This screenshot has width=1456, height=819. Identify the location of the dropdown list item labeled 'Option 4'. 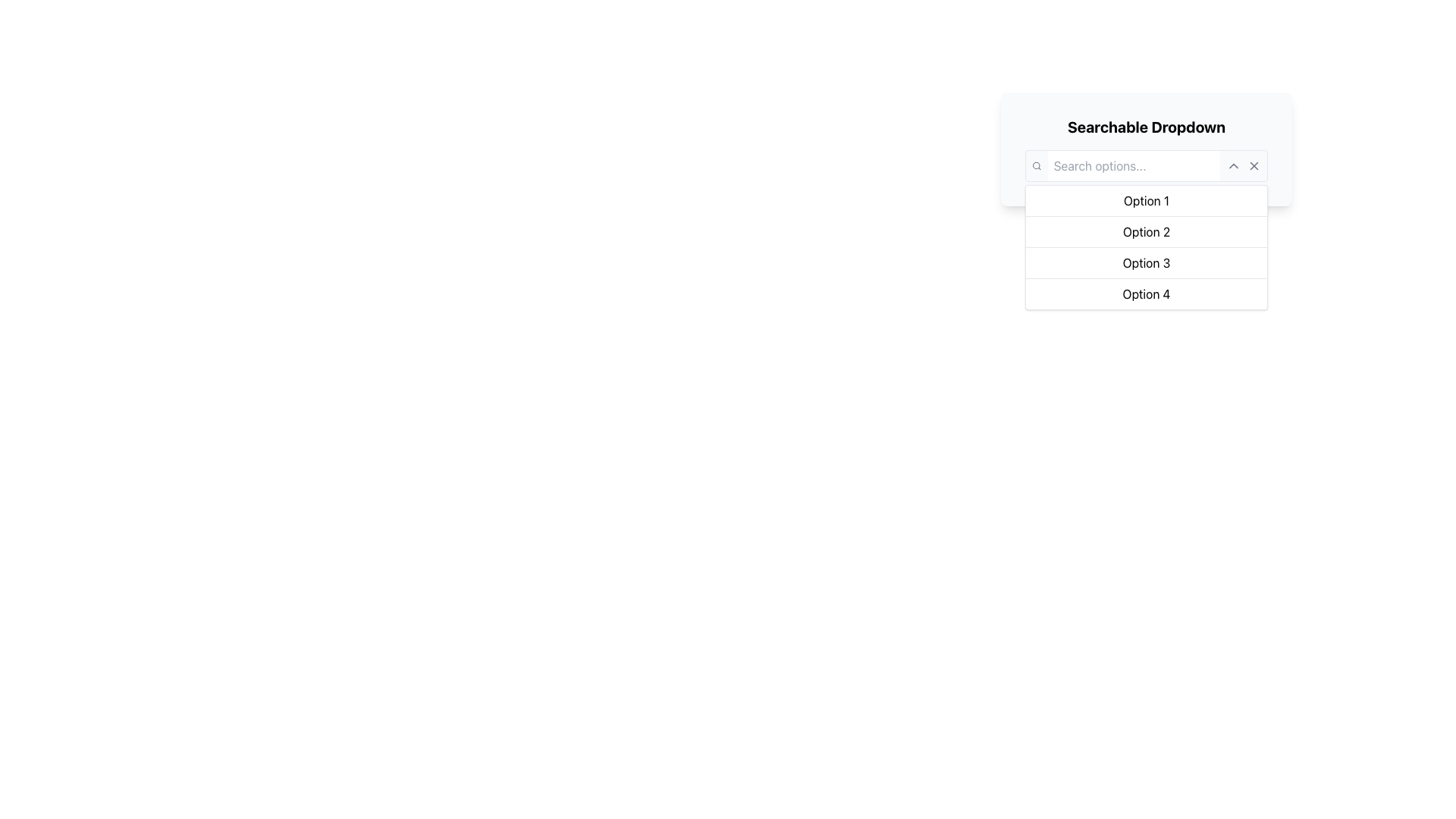
(1147, 293).